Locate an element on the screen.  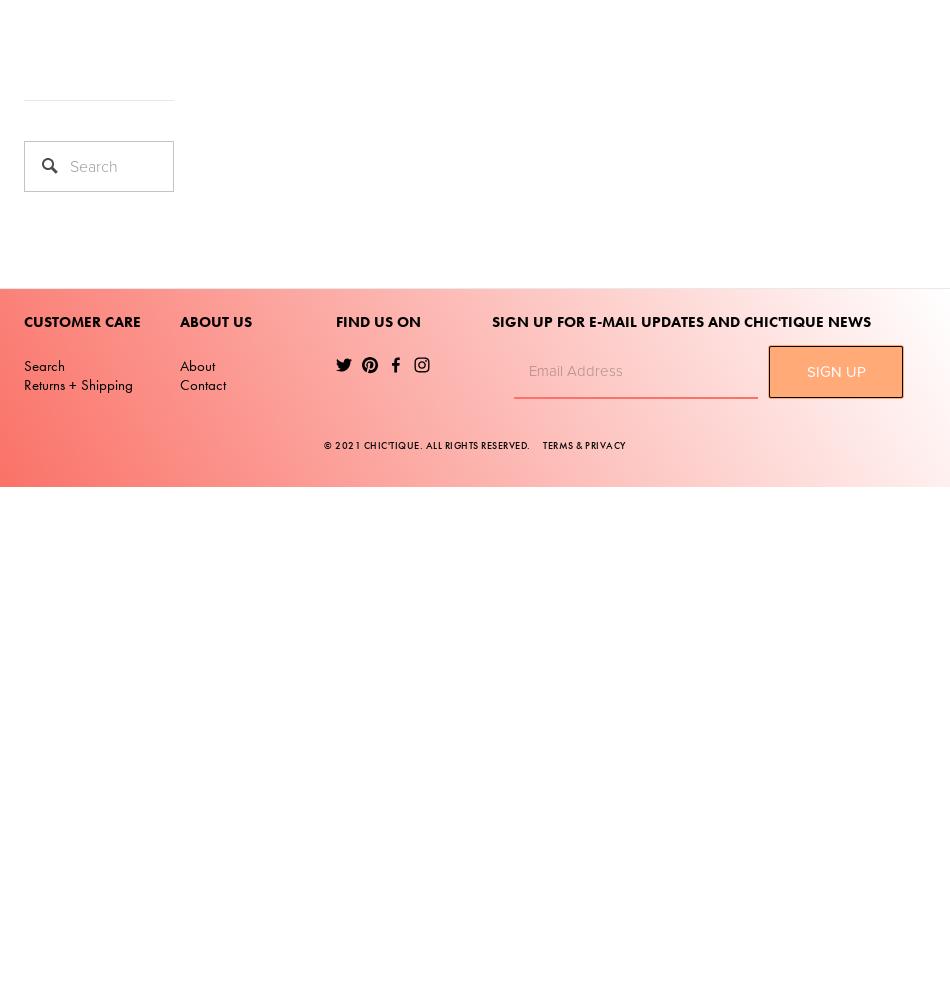
'About' is located at coordinates (197, 364).